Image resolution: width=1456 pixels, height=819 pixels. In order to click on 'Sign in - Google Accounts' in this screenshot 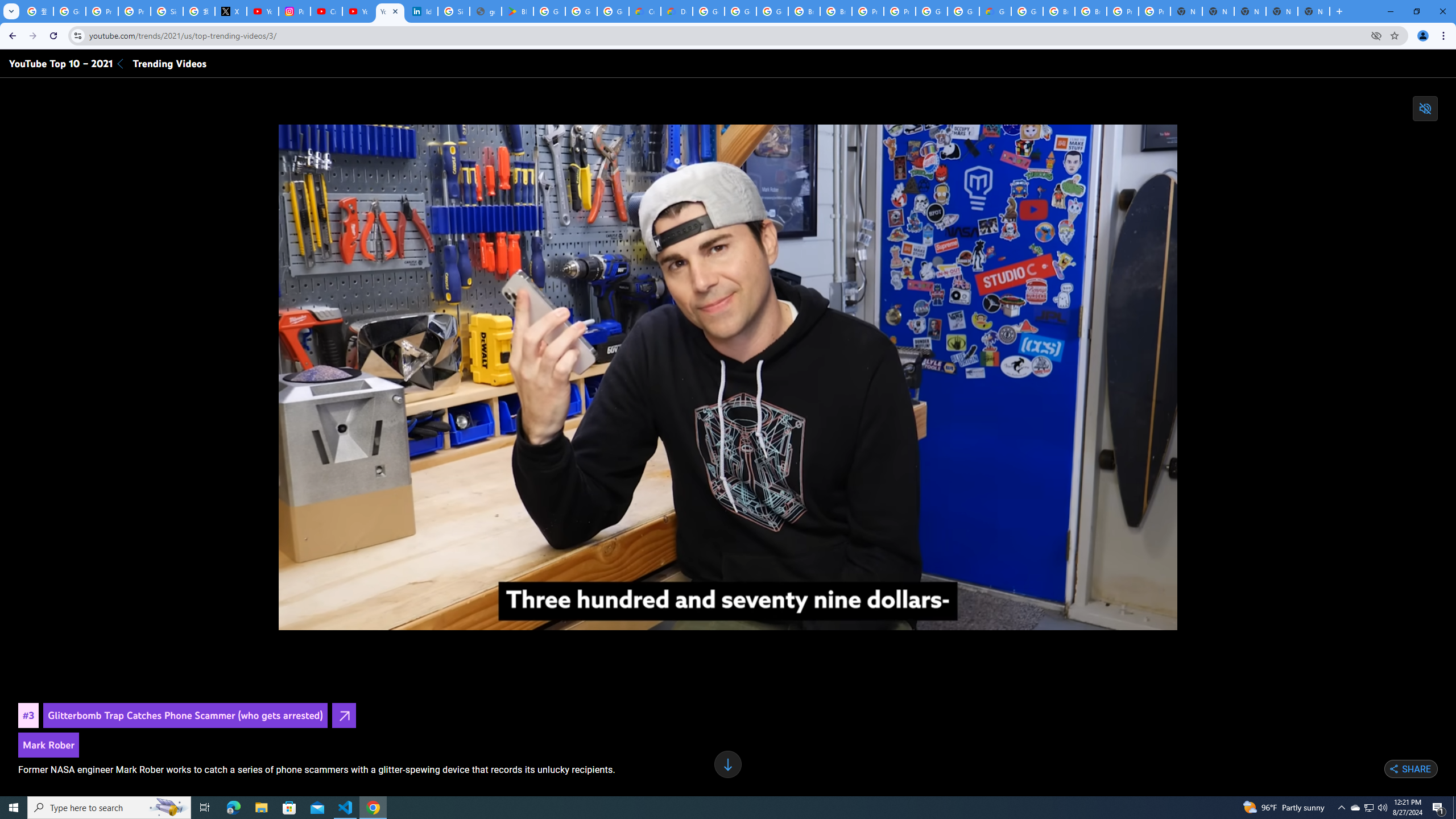, I will do `click(167, 11)`.